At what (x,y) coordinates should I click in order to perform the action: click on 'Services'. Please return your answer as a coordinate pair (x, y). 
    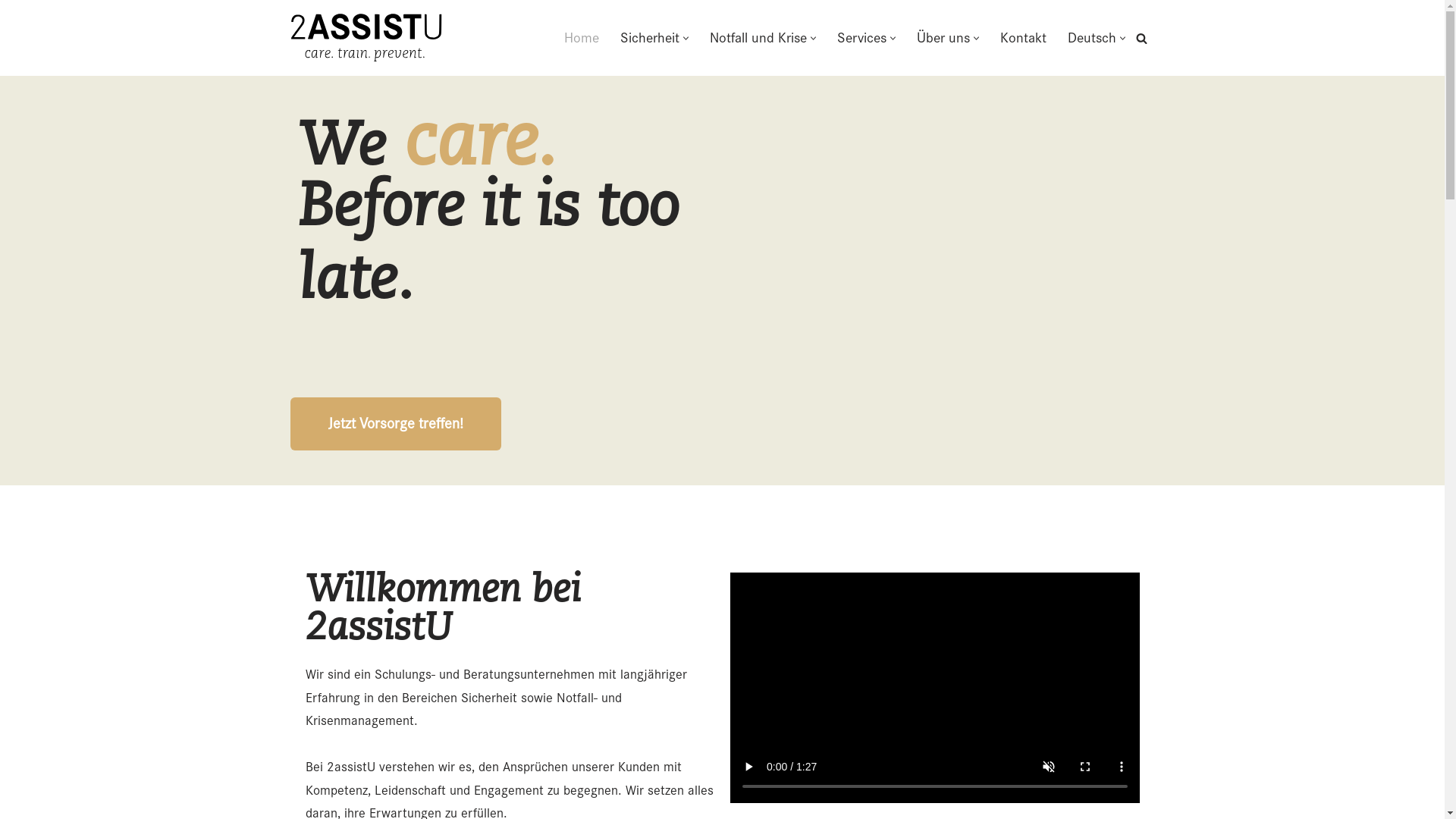
    Looking at the image, I should click on (861, 36).